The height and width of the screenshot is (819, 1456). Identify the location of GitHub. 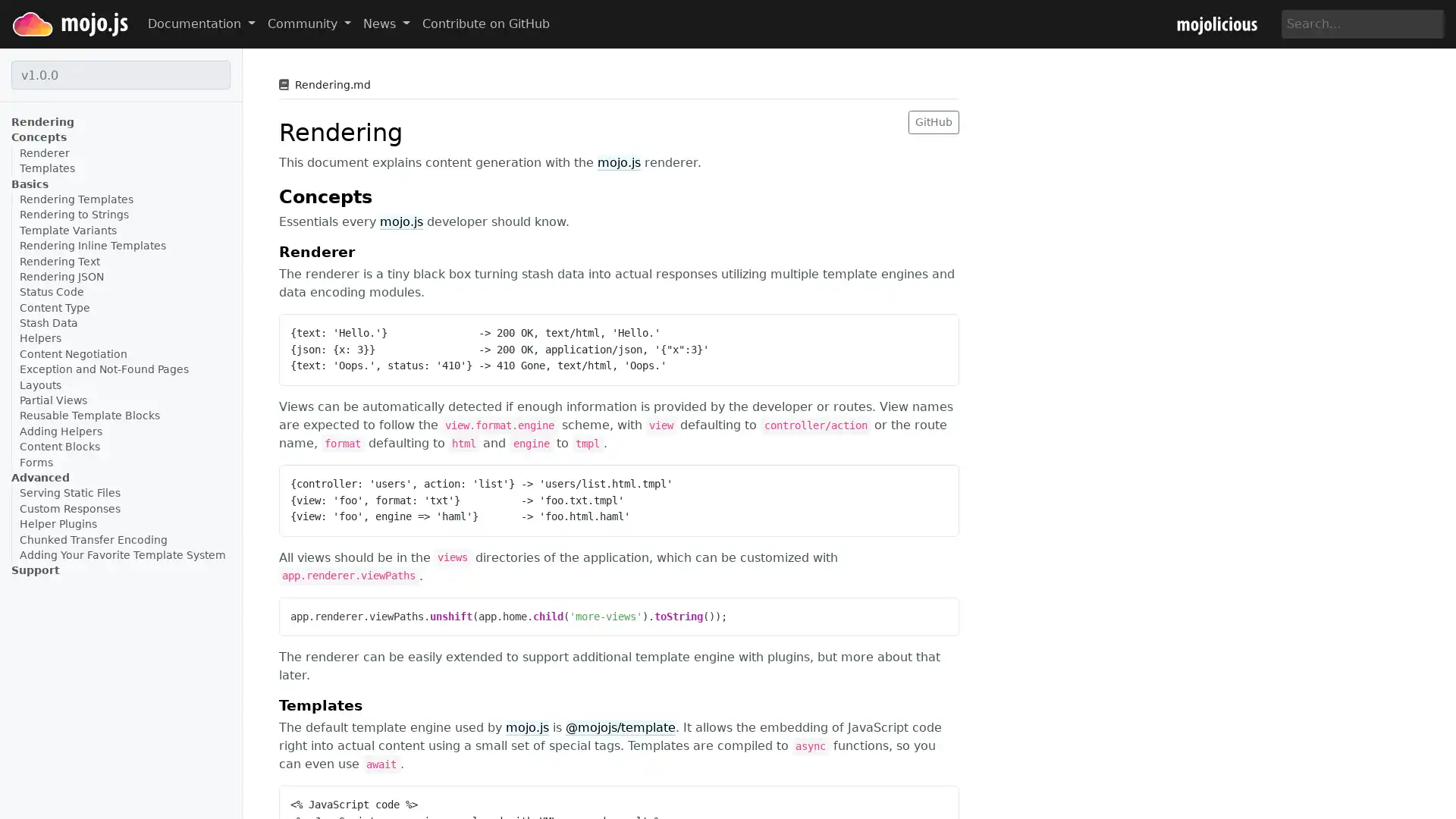
(933, 121).